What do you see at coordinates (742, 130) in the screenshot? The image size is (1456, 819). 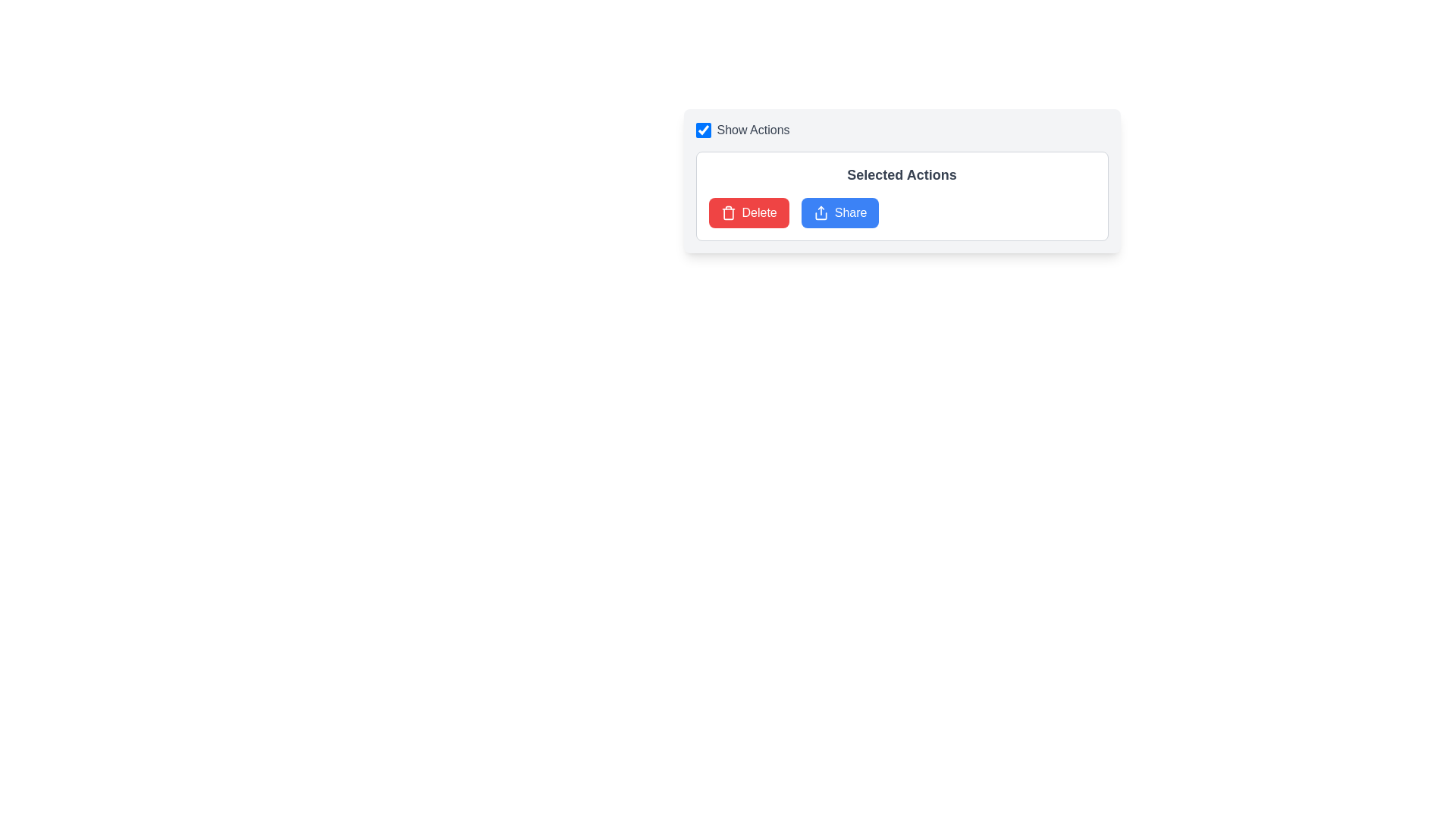 I see `the checkbox labeled 'Show Actions'` at bounding box center [742, 130].